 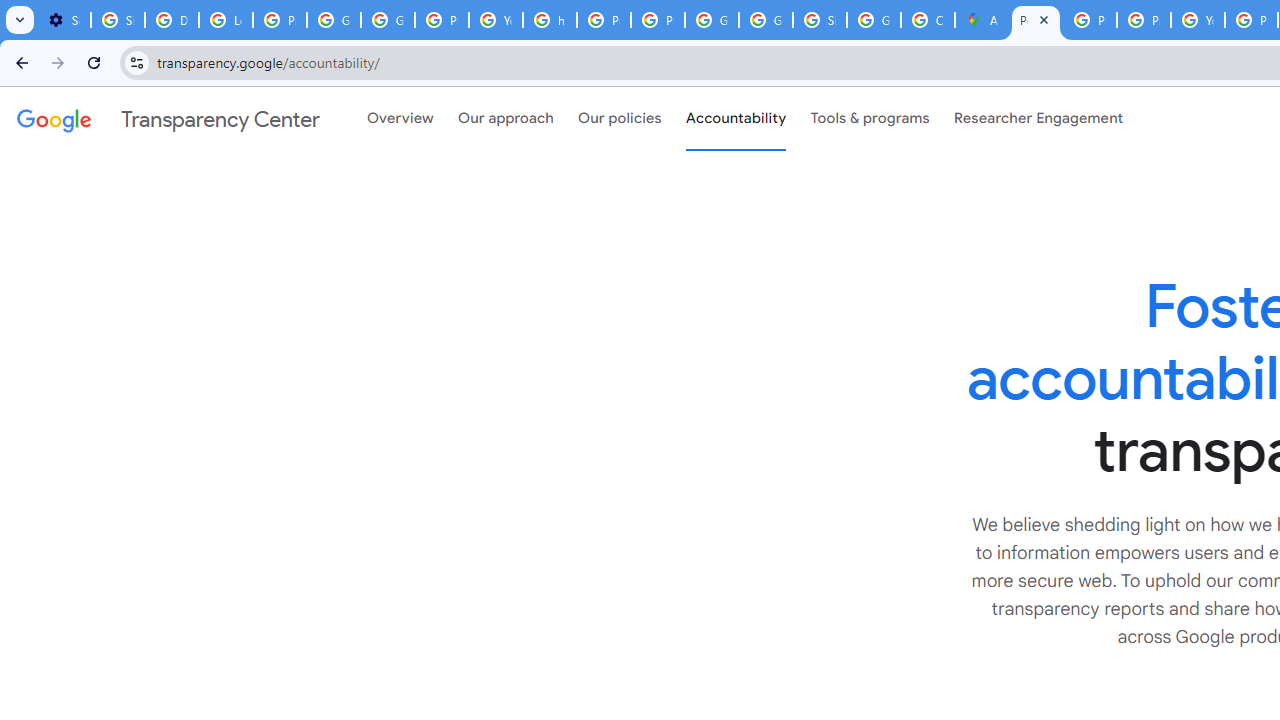 What do you see at coordinates (1036, 20) in the screenshot?
I see `'Policy Accountability and Transparency - Transparency Center'` at bounding box center [1036, 20].